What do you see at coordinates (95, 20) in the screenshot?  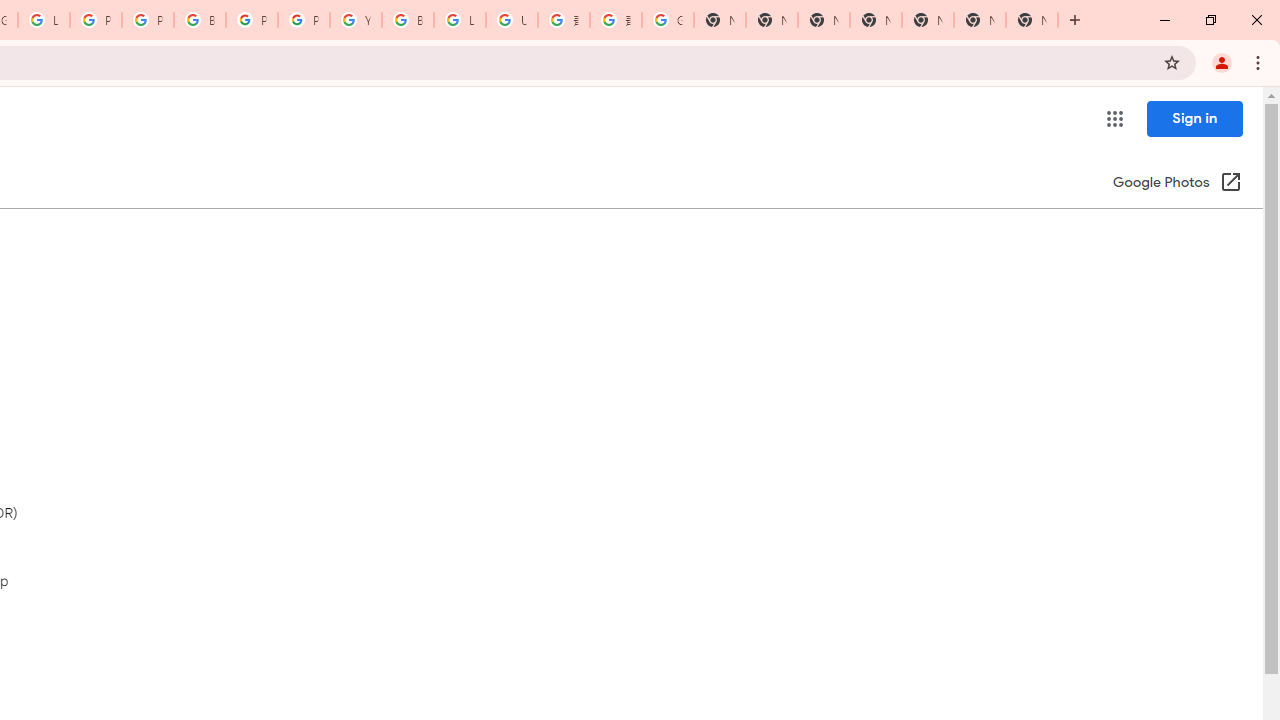 I see `'Privacy Help Center - Policies Help'` at bounding box center [95, 20].